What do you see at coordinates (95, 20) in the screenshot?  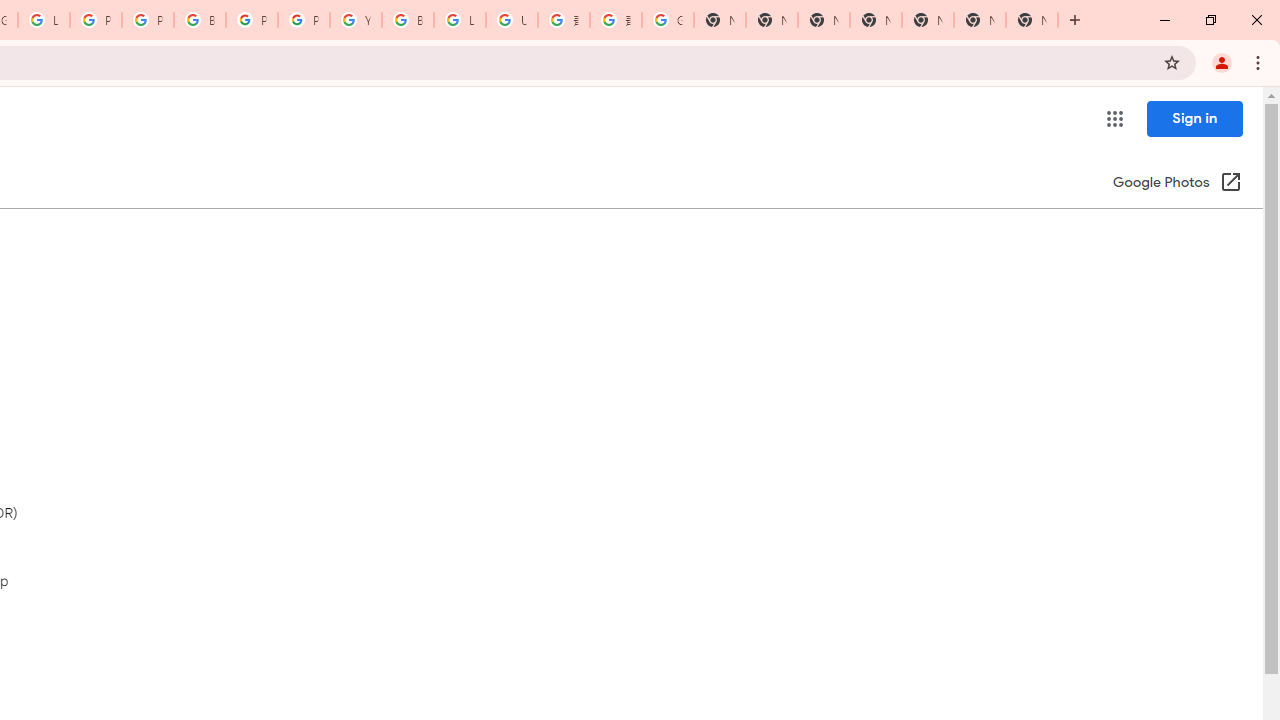 I see `'Privacy Help Center - Policies Help'` at bounding box center [95, 20].